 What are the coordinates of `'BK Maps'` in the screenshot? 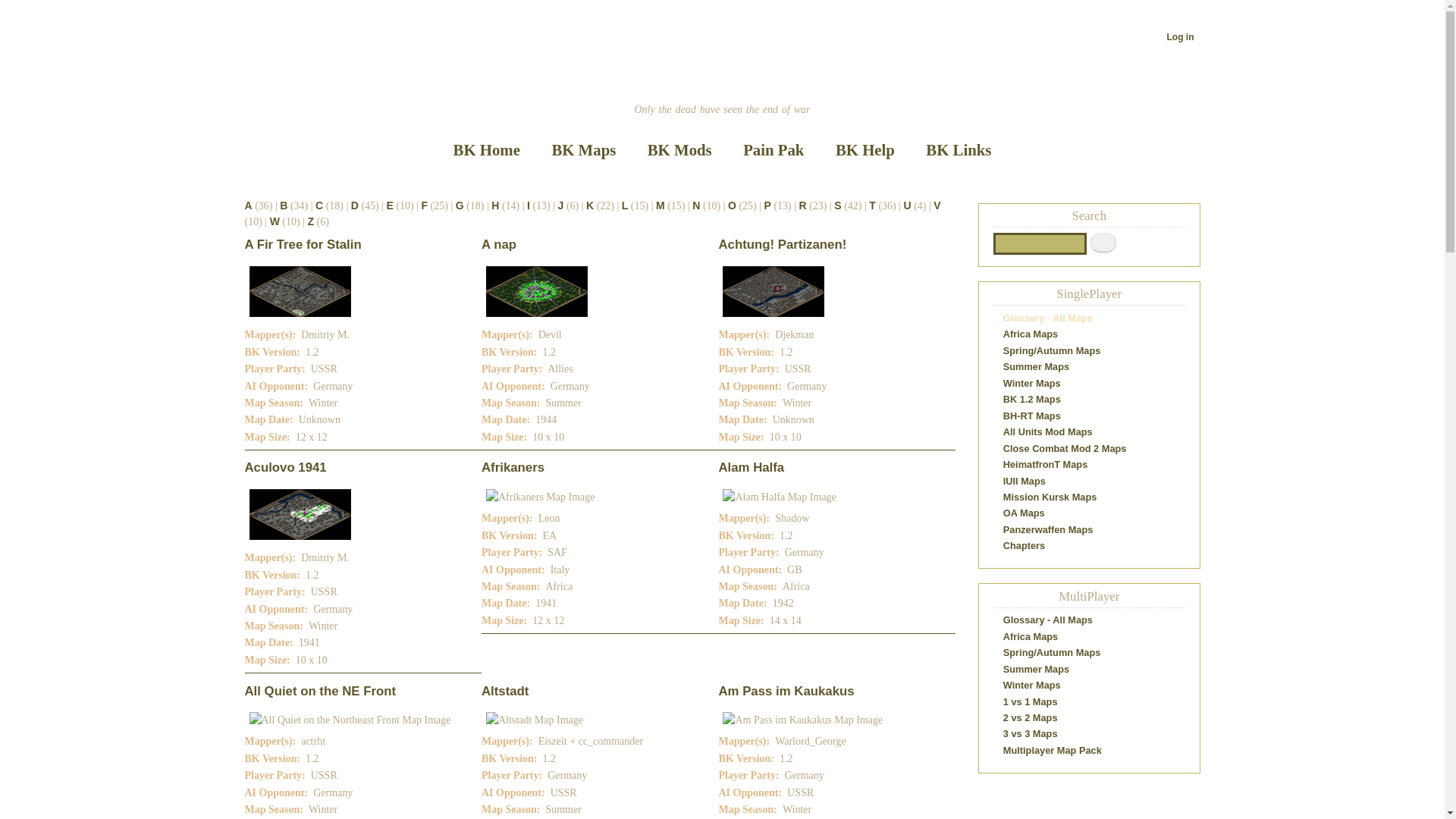 It's located at (582, 149).